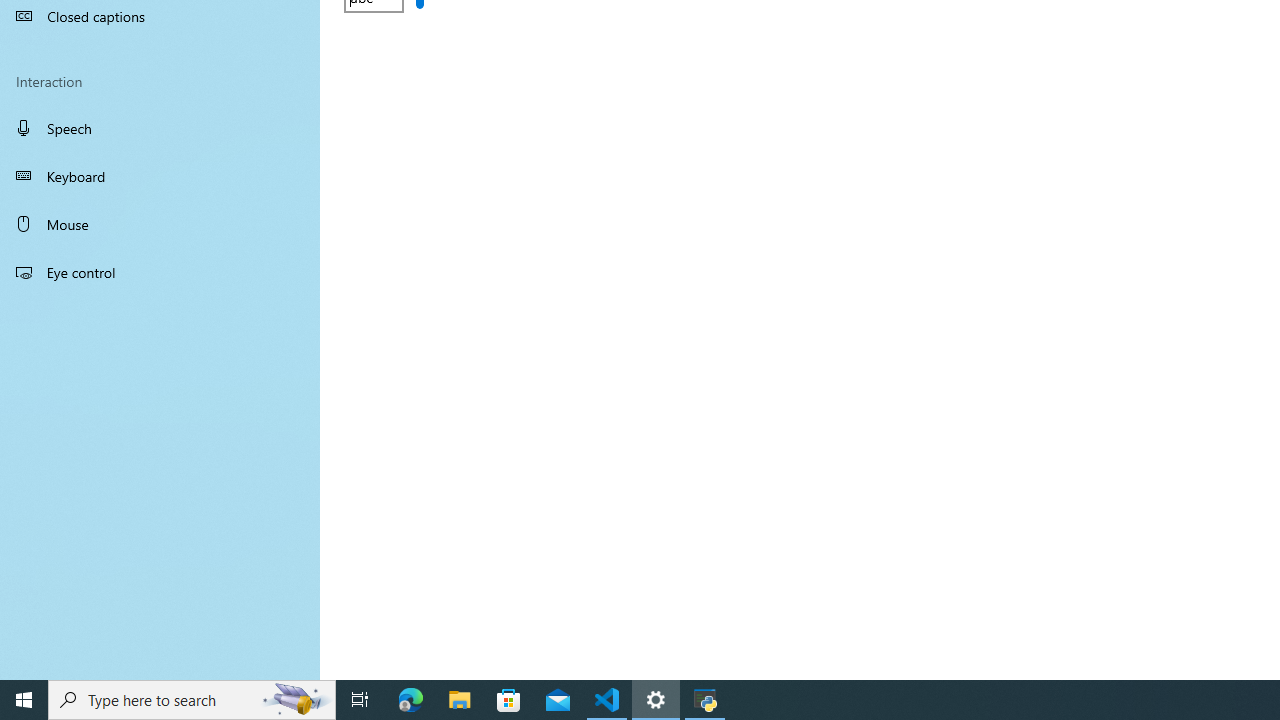 The height and width of the screenshot is (720, 1280). What do you see at coordinates (160, 271) in the screenshot?
I see `'Eye control'` at bounding box center [160, 271].